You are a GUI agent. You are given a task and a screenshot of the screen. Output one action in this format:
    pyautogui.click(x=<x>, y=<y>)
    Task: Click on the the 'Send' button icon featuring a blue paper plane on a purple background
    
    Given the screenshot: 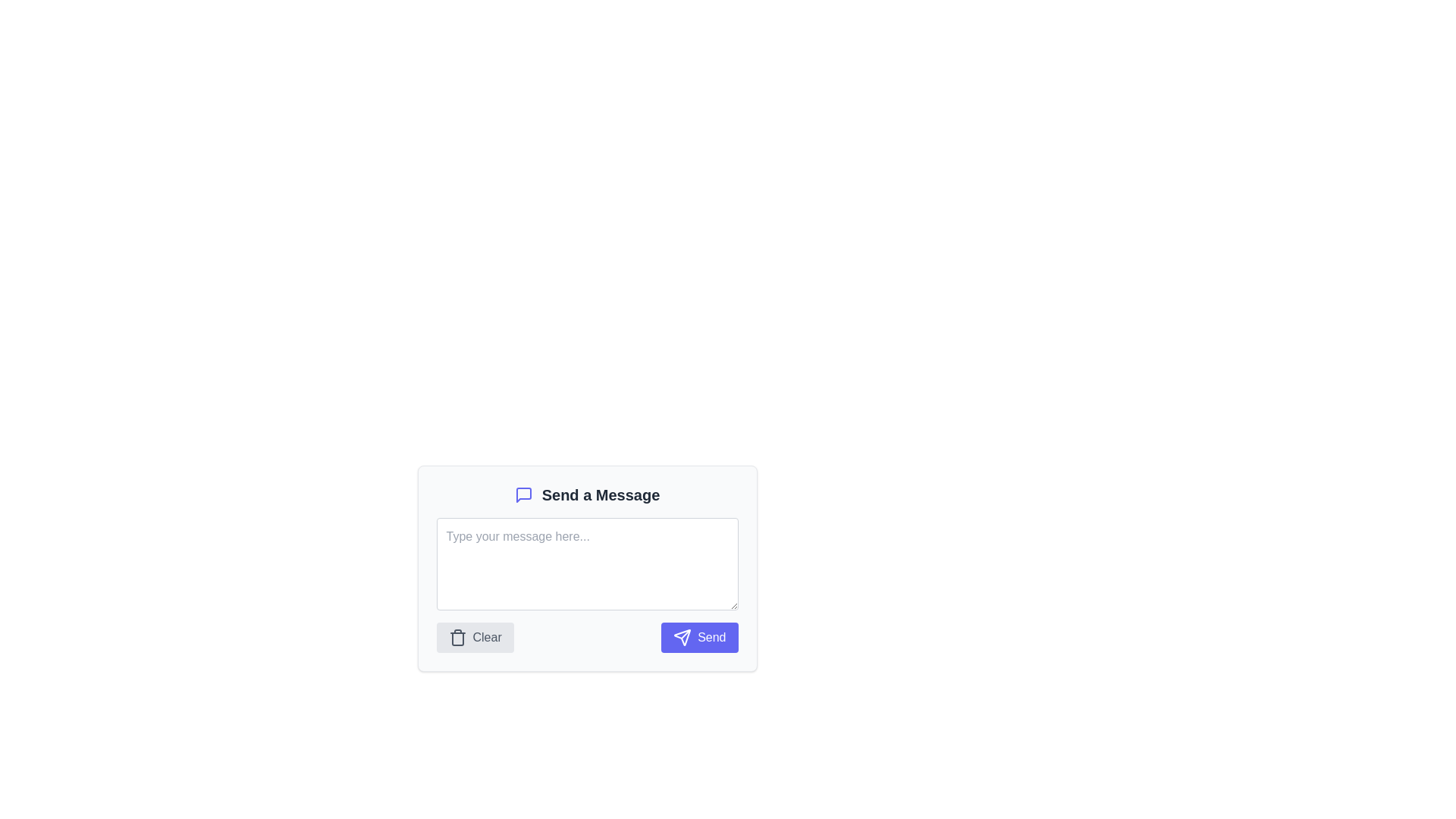 What is the action you would take?
    pyautogui.click(x=682, y=637)
    